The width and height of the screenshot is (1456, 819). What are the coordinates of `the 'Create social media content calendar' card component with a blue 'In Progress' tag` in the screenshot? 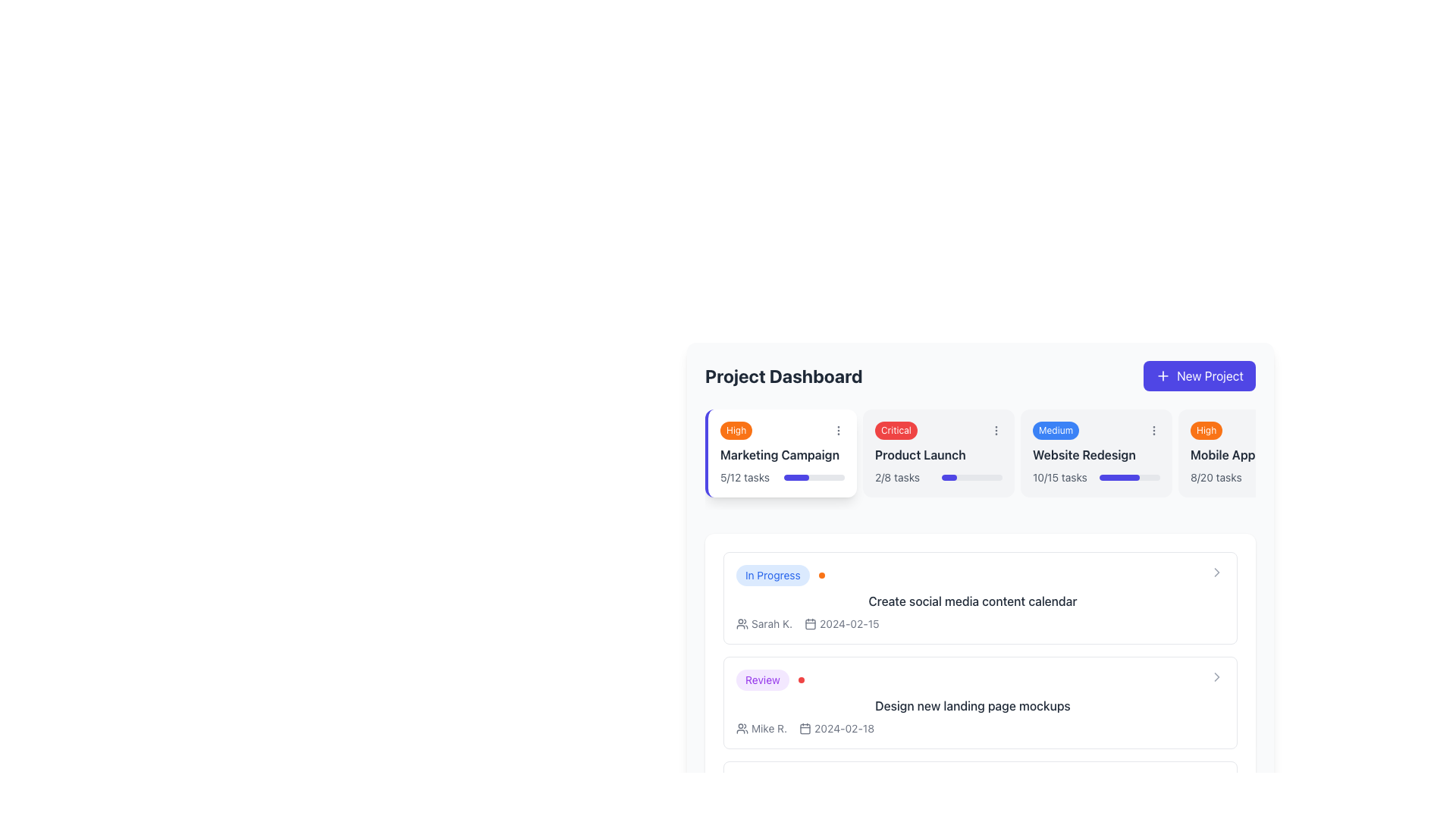 It's located at (980, 598).